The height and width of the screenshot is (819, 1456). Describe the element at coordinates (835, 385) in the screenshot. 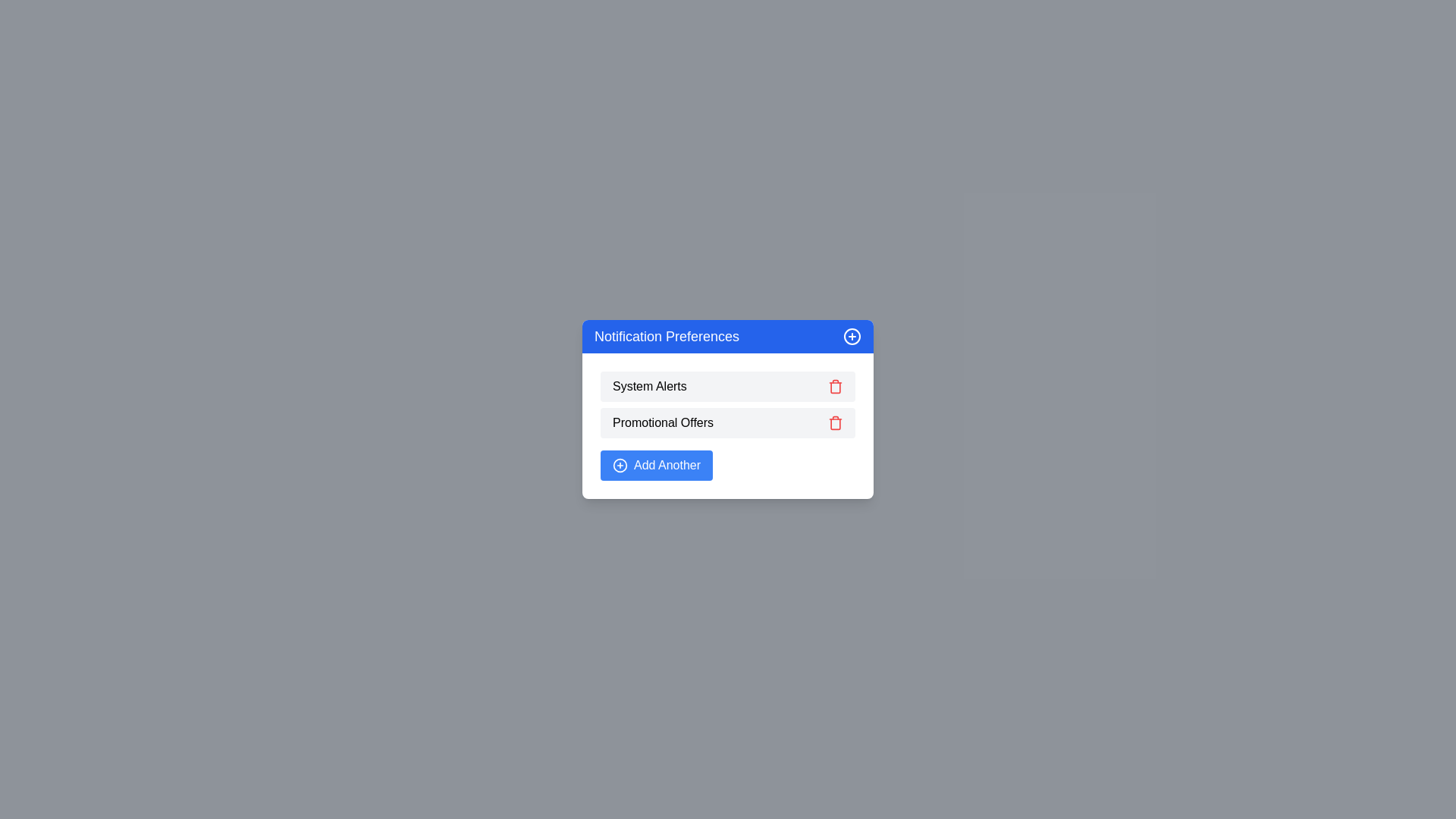

I see `the red trash can icon located to the right of the 'System Alerts' text` at that location.